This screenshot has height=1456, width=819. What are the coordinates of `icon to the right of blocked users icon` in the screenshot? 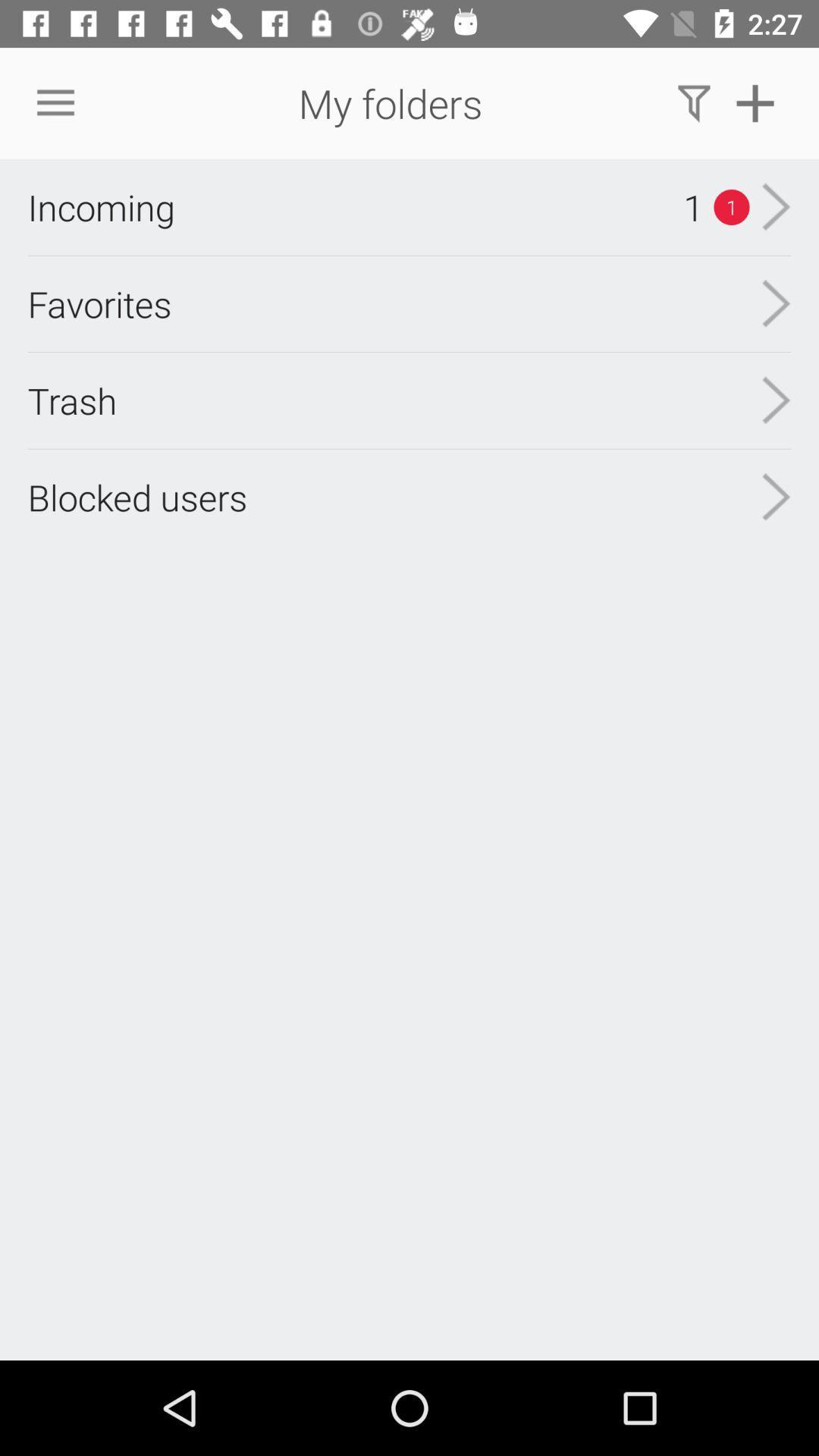 It's located at (776, 497).